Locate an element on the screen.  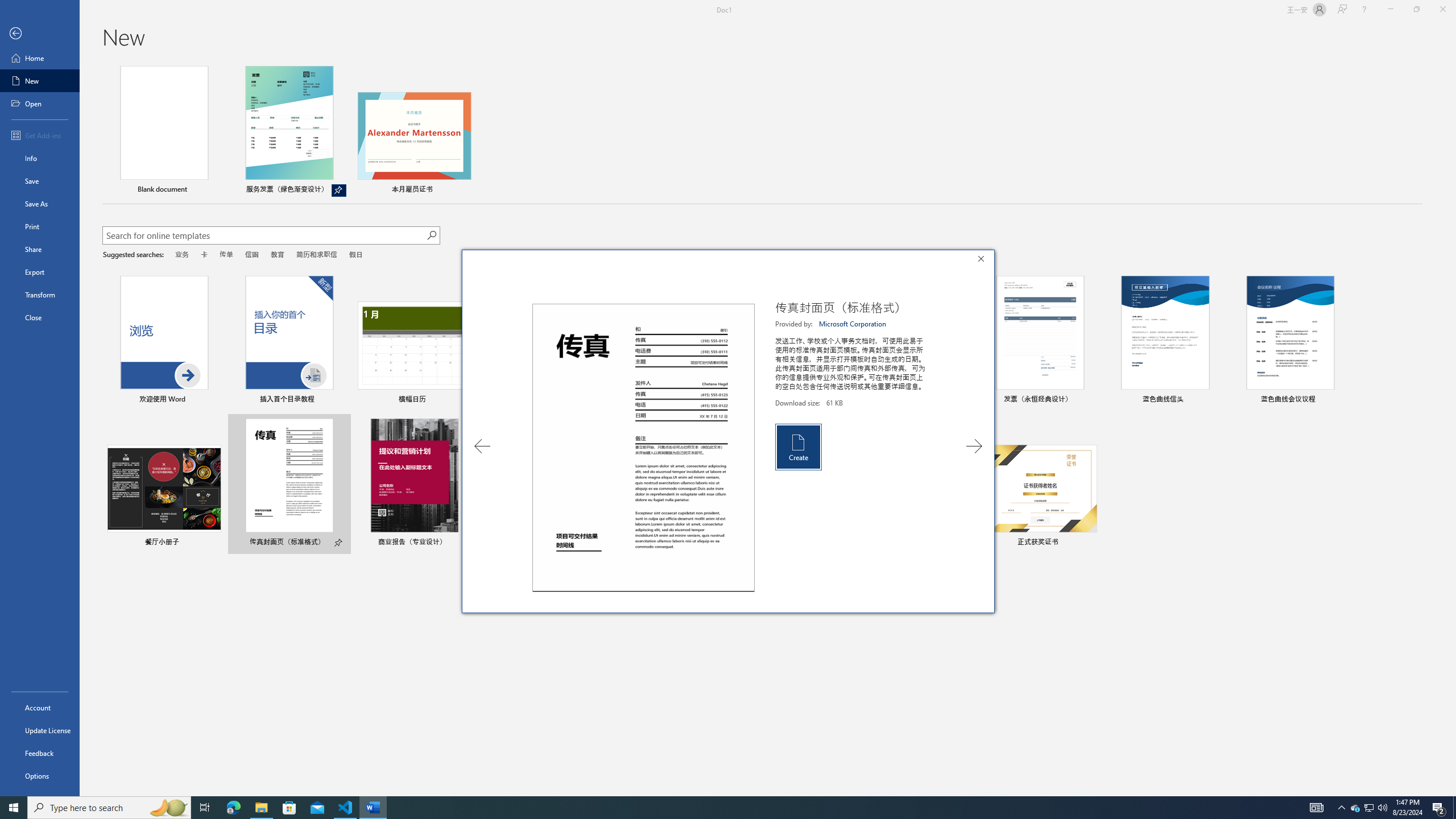
'Print' is located at coordinates (39, 226).